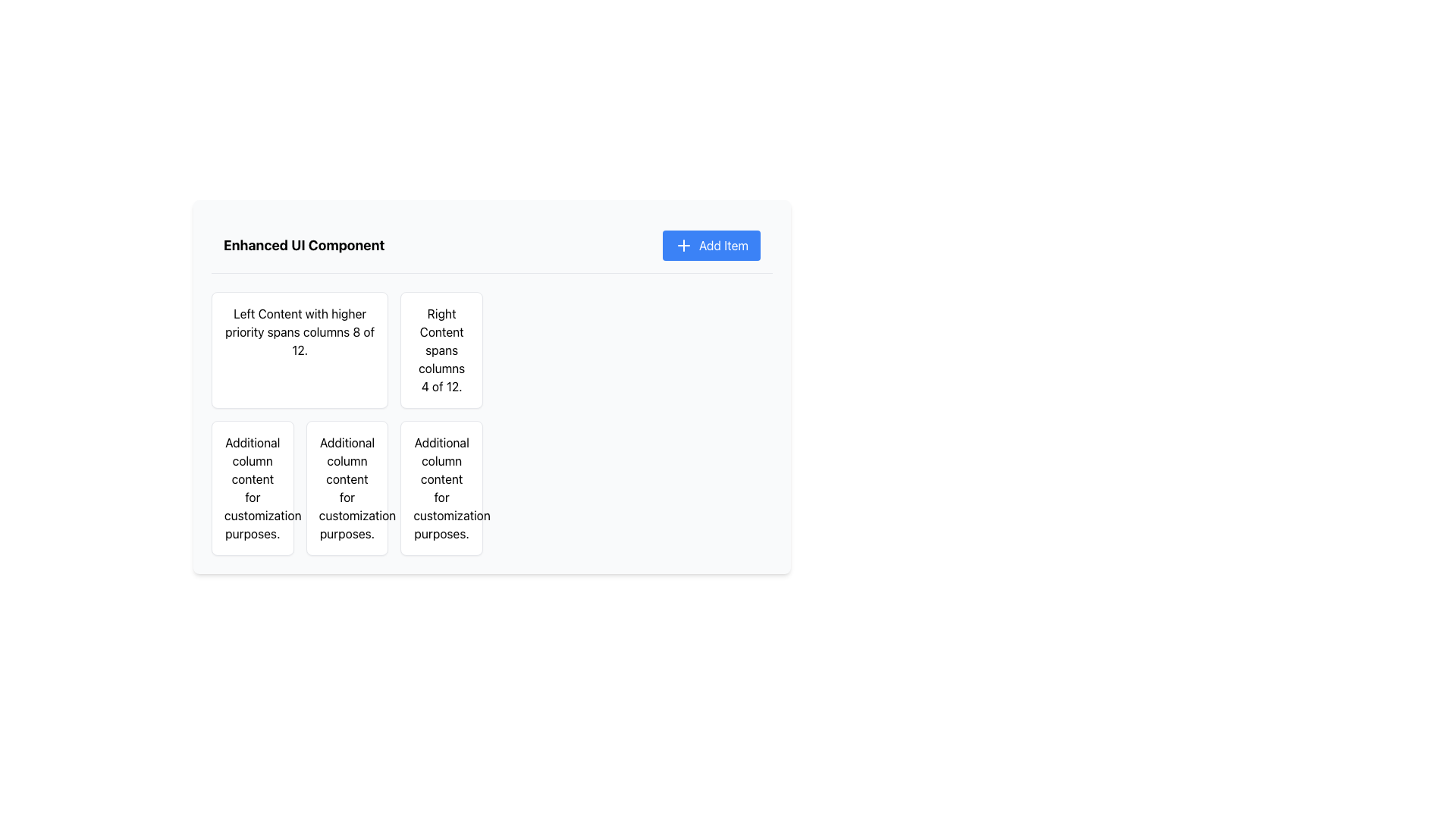  Describe the element at coordinates (441, 488) in the screenshot. I see `text content from the text block displaying the phrase 'Additional column content for customization purposes.' which is the rightmost card in the bottom row of the grid layout` at that location.